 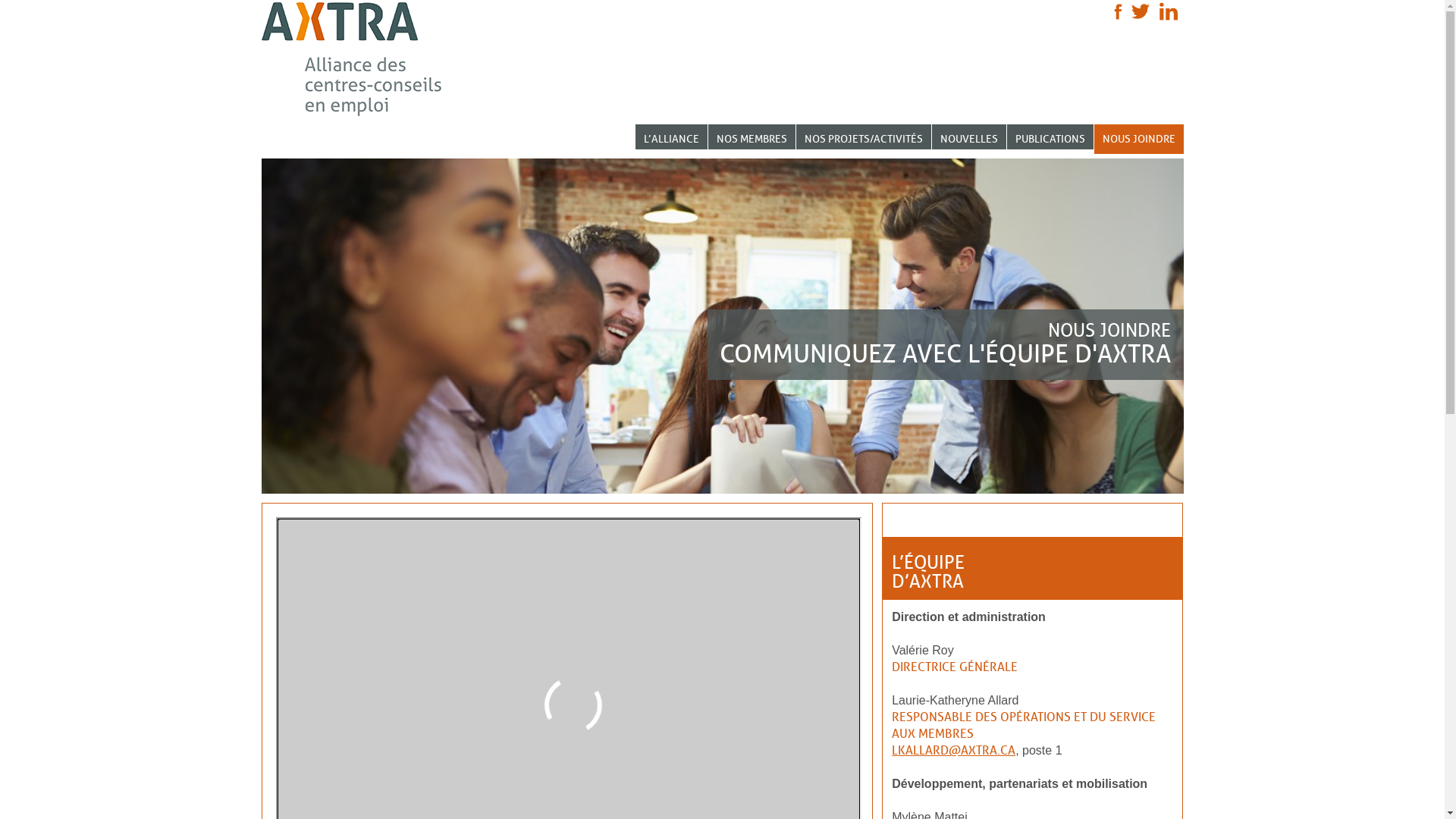 What do you see at coordinates (1050, 136) in the screenshot?
I see `'PUBLICATIONS'` at bounding box center [1050, 136].